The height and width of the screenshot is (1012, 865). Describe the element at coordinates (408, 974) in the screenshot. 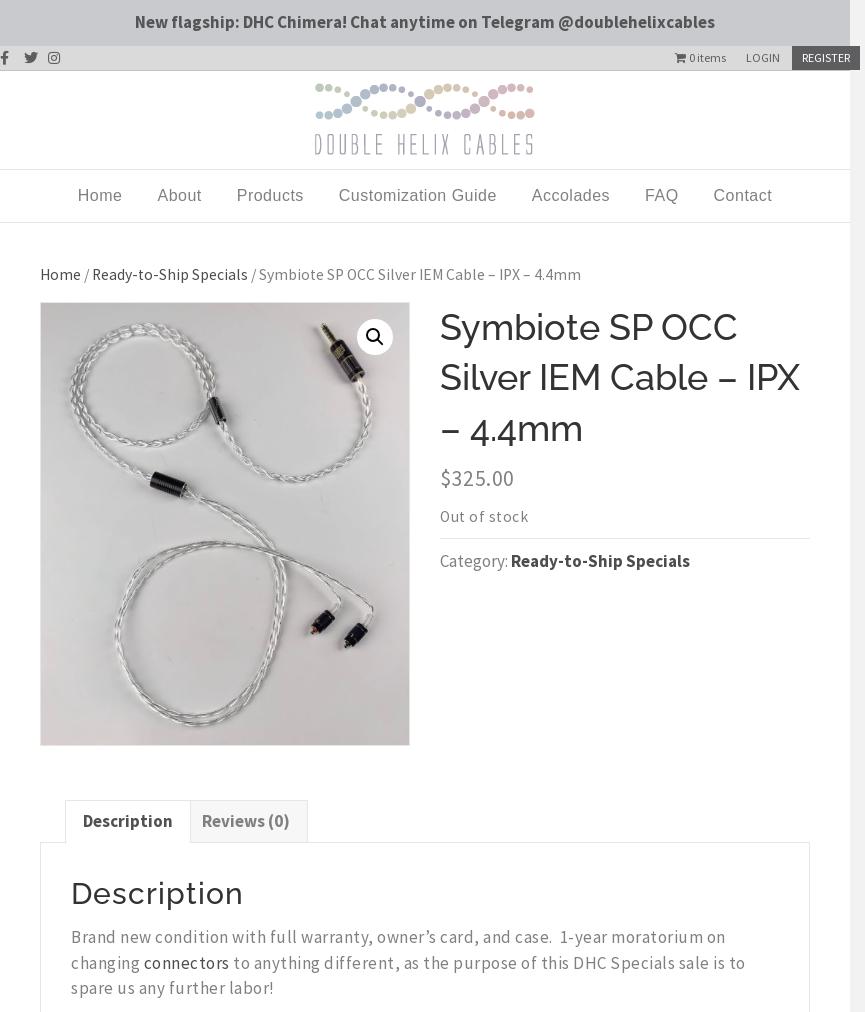

I see `'to anything different, as the purpose of this DHC Specials sale is to spare us any further labor!'` at that location.